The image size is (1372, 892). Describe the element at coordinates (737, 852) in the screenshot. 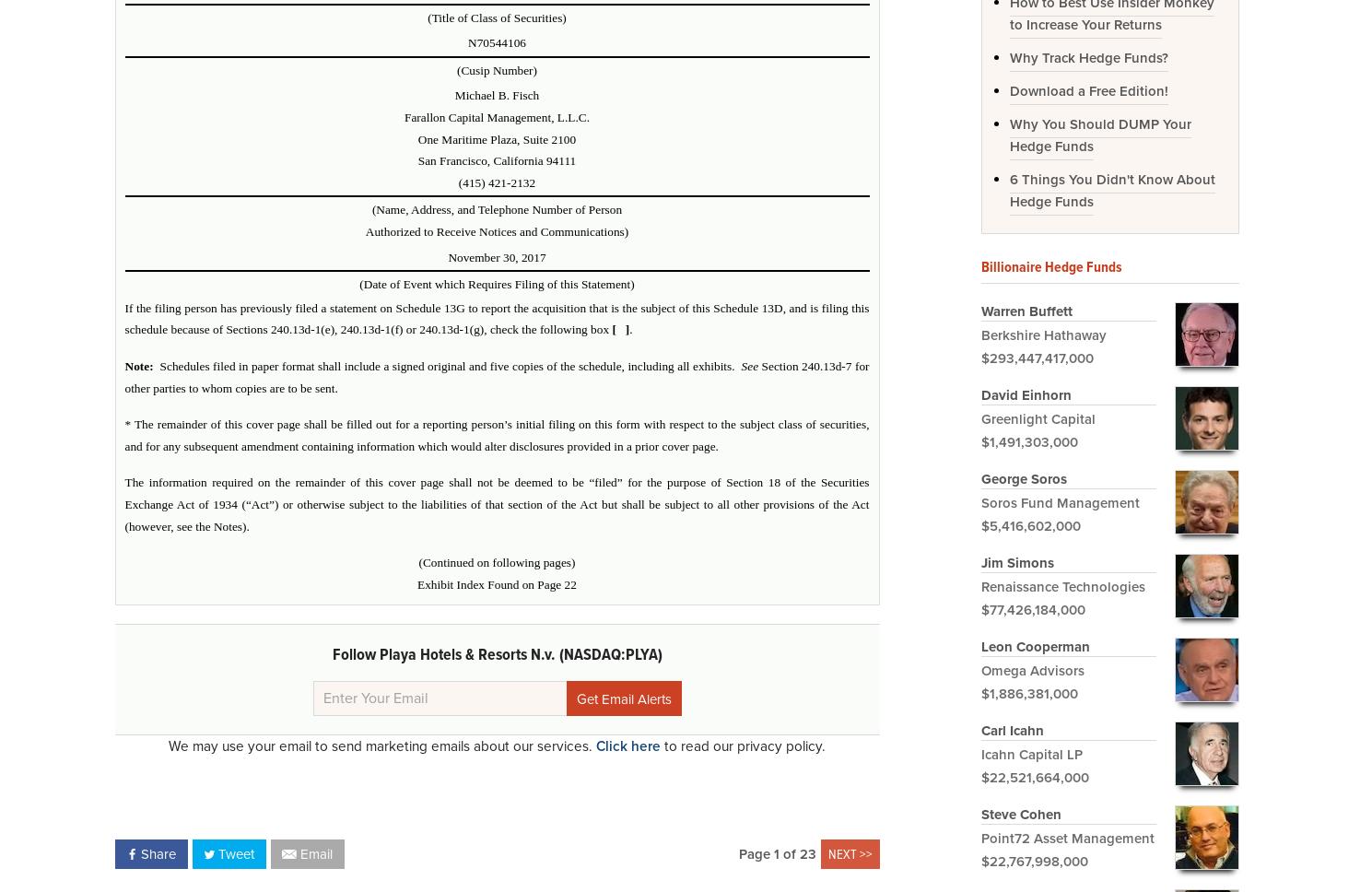

I see `'Page 1 of 23'` at that location.